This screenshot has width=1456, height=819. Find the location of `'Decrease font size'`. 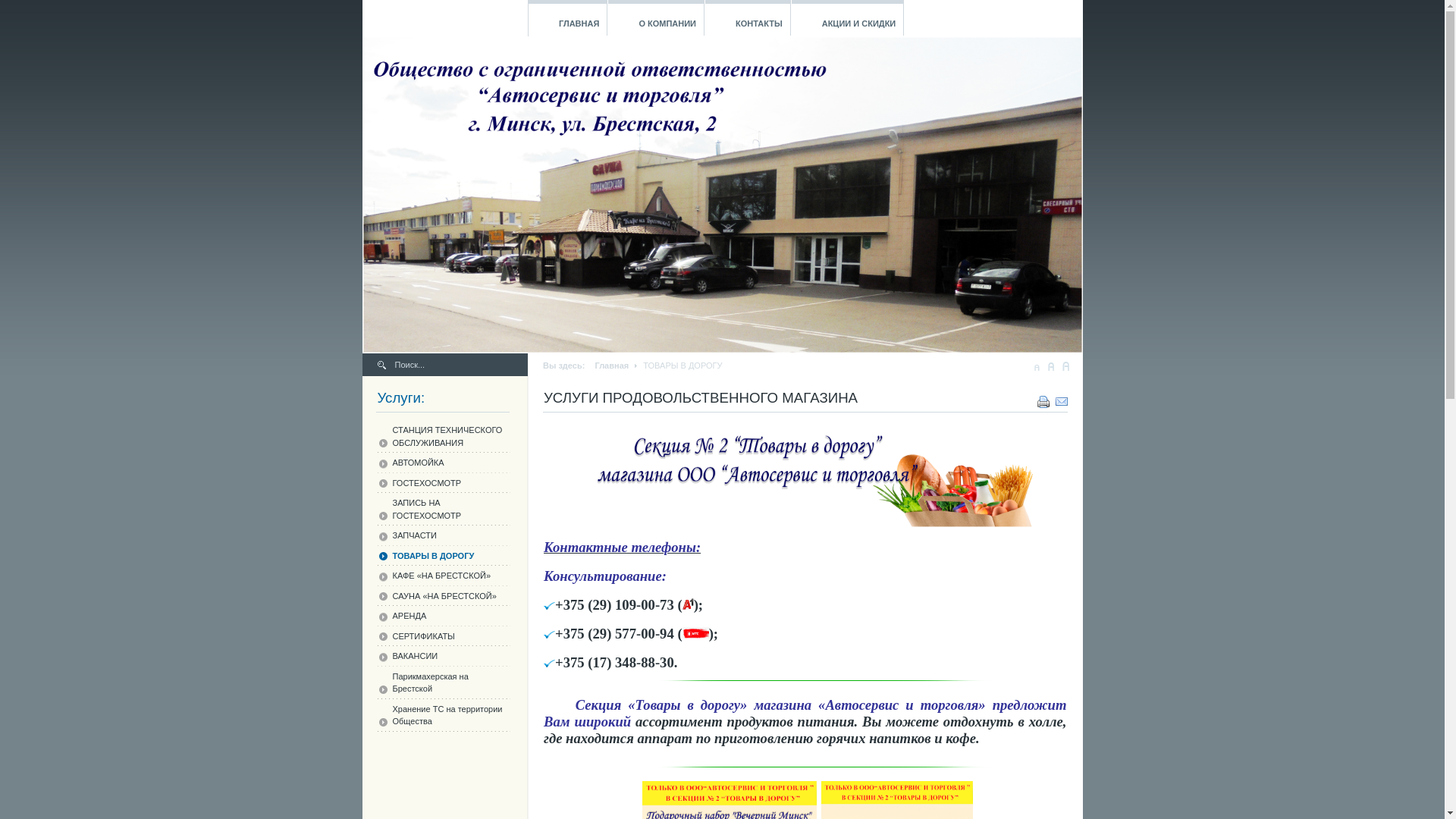

'Decrease font size' is located at coordinates (1036, 366).